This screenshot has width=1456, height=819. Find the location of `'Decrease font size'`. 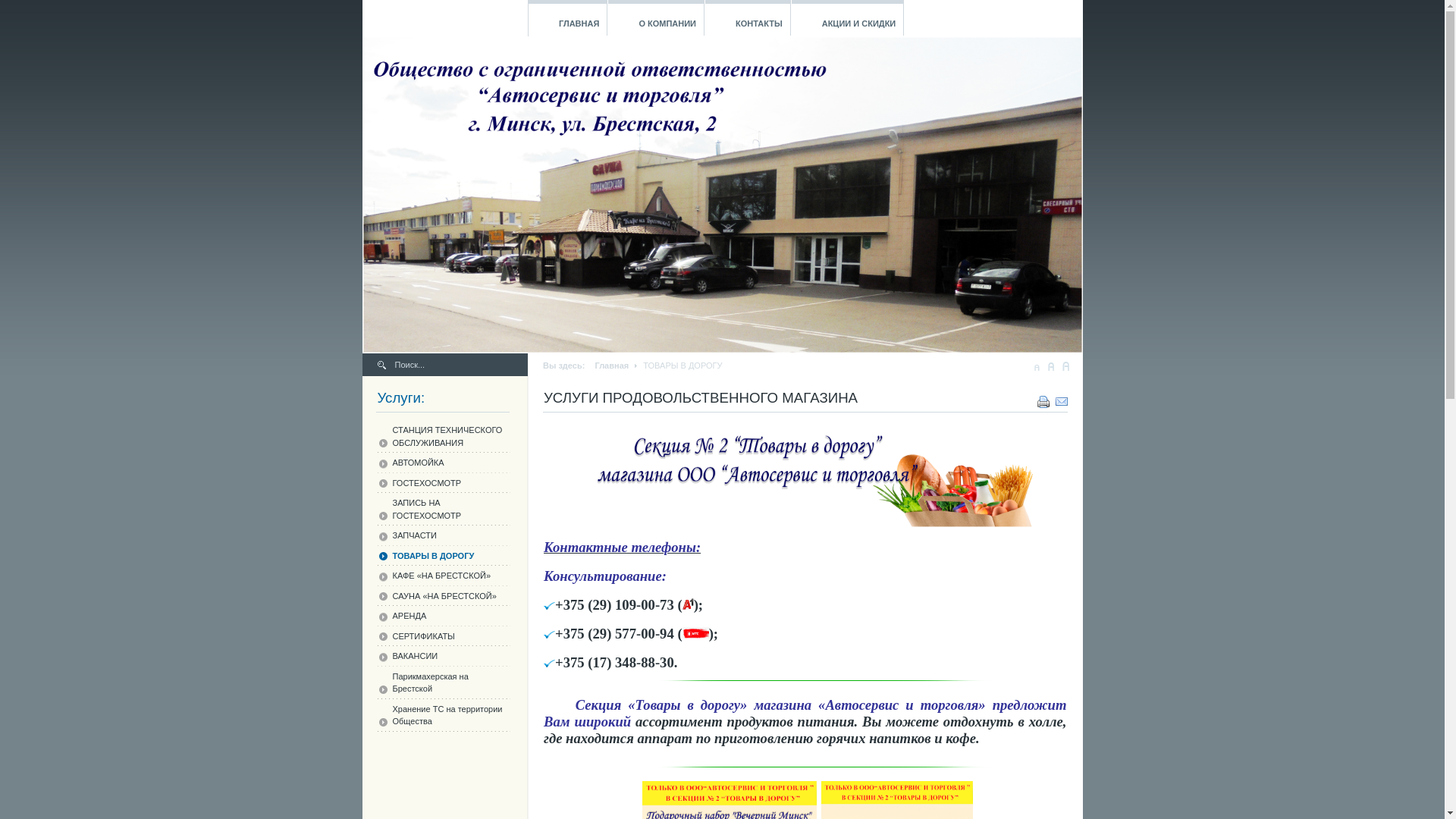

'Decrease font size' is located at coordinates (1036, 366).